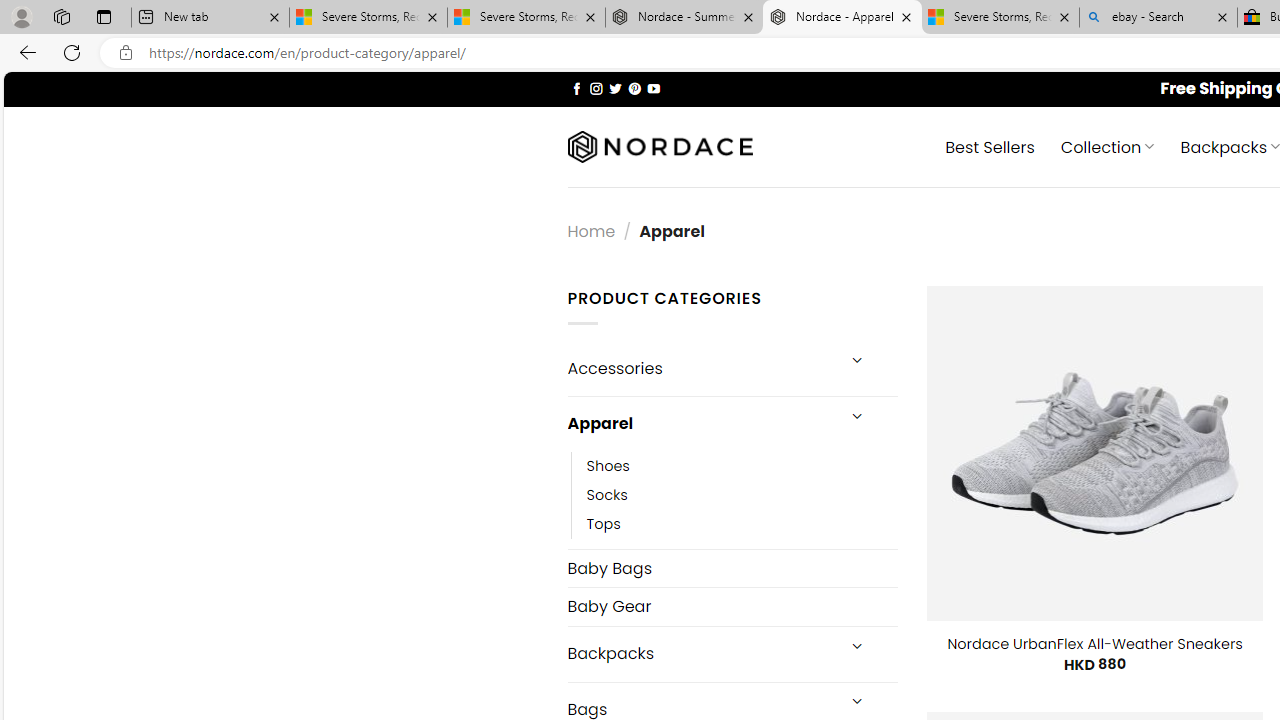  Describe the element at coordinates (990, 145) in the screenshot. I see `'  Best Sellers'` at that location.